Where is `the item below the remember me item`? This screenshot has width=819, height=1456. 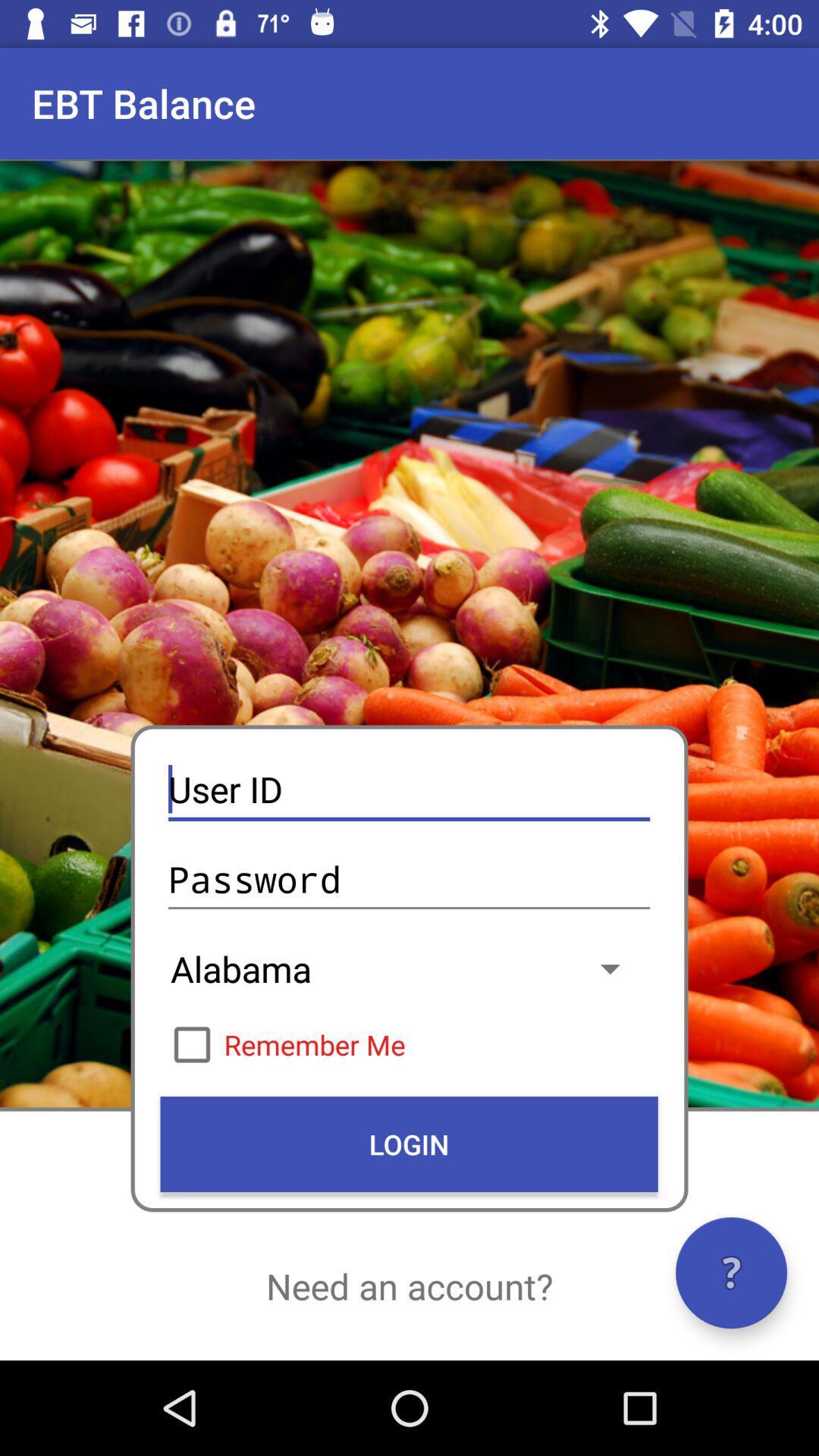
the item below the remember me item is located at coordinates (408, 1144).